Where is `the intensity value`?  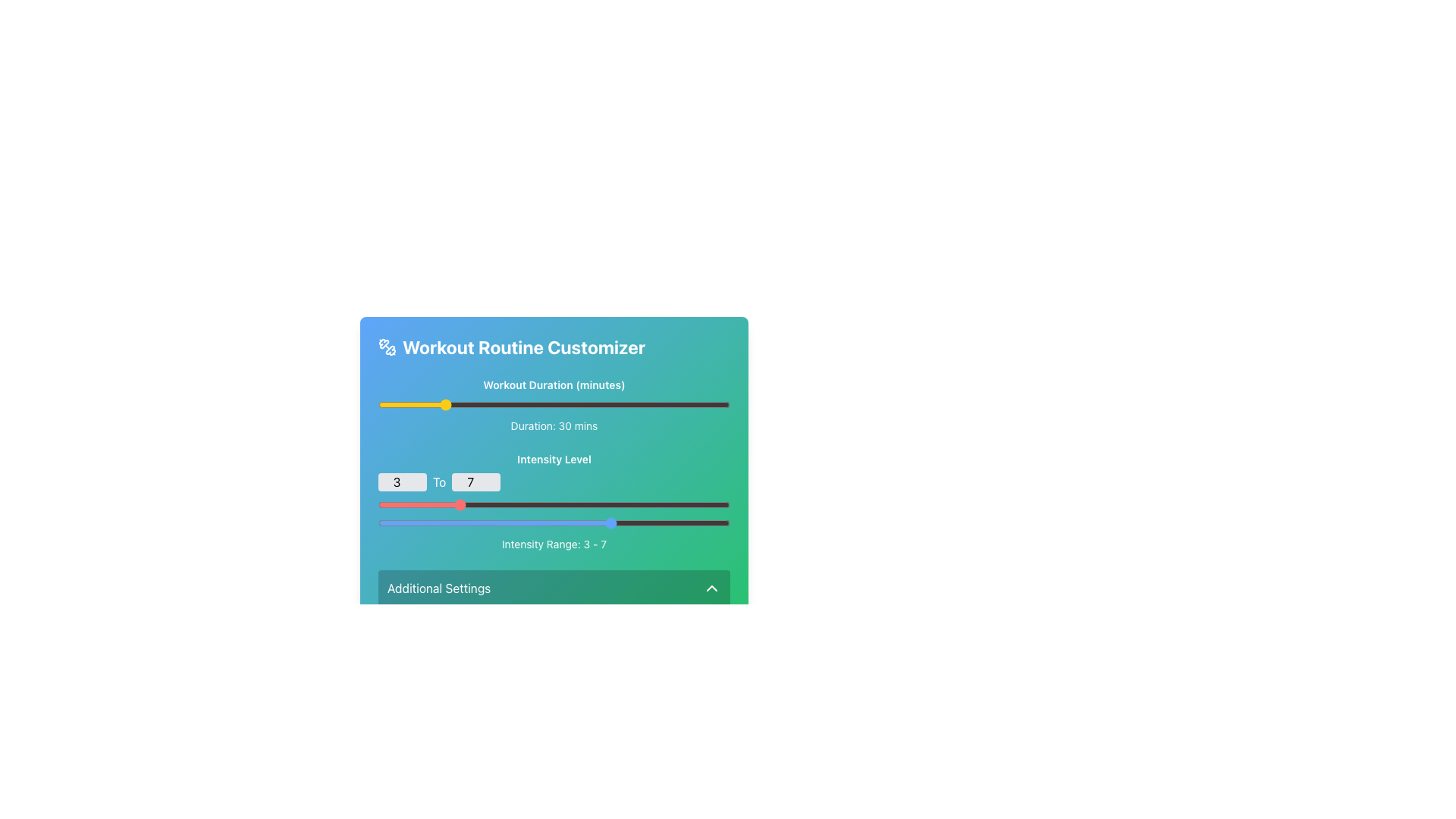
the intensity value is located at coordinates (495, 522).